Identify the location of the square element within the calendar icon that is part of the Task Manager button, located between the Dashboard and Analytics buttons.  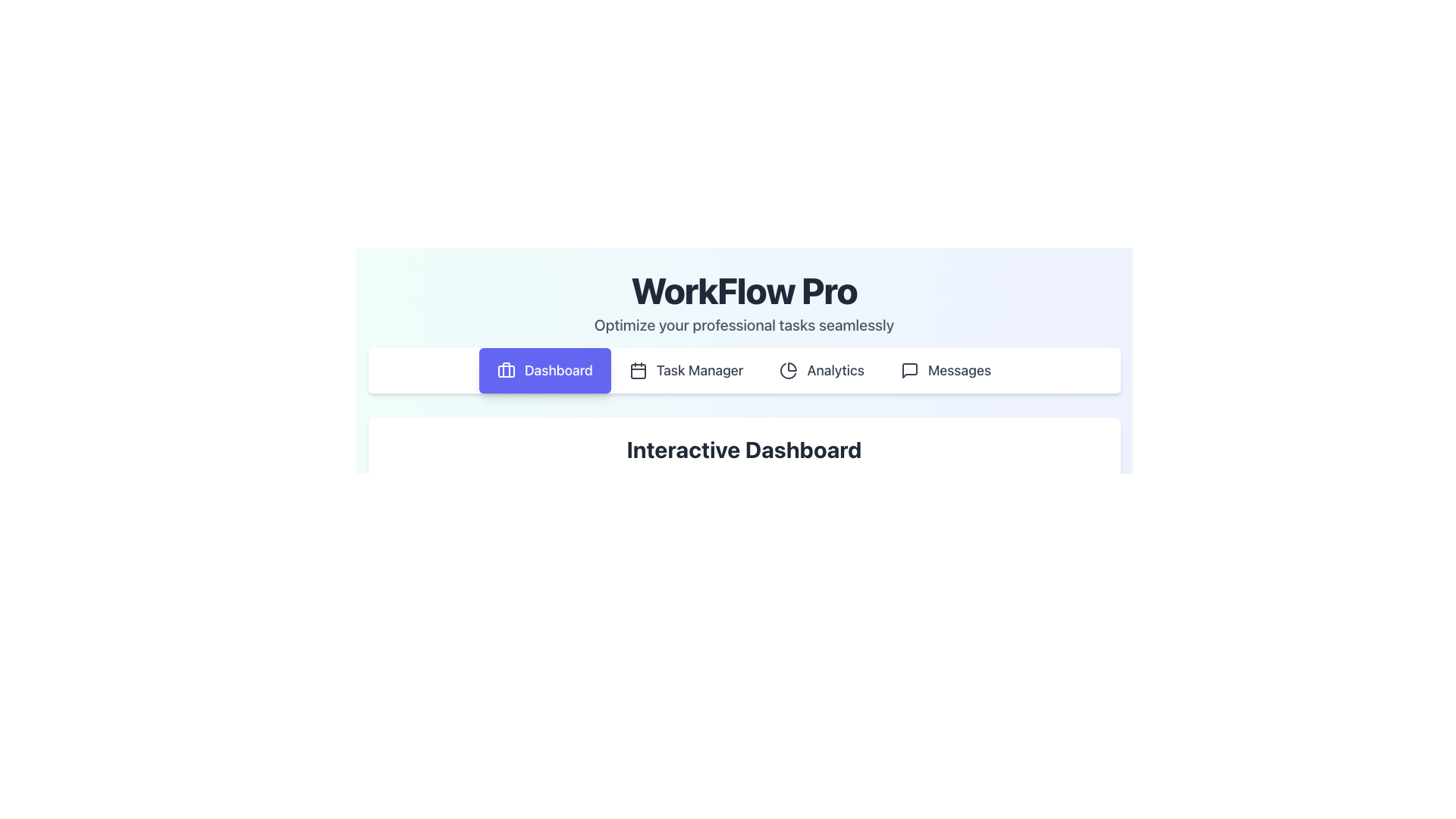
(638, 371).